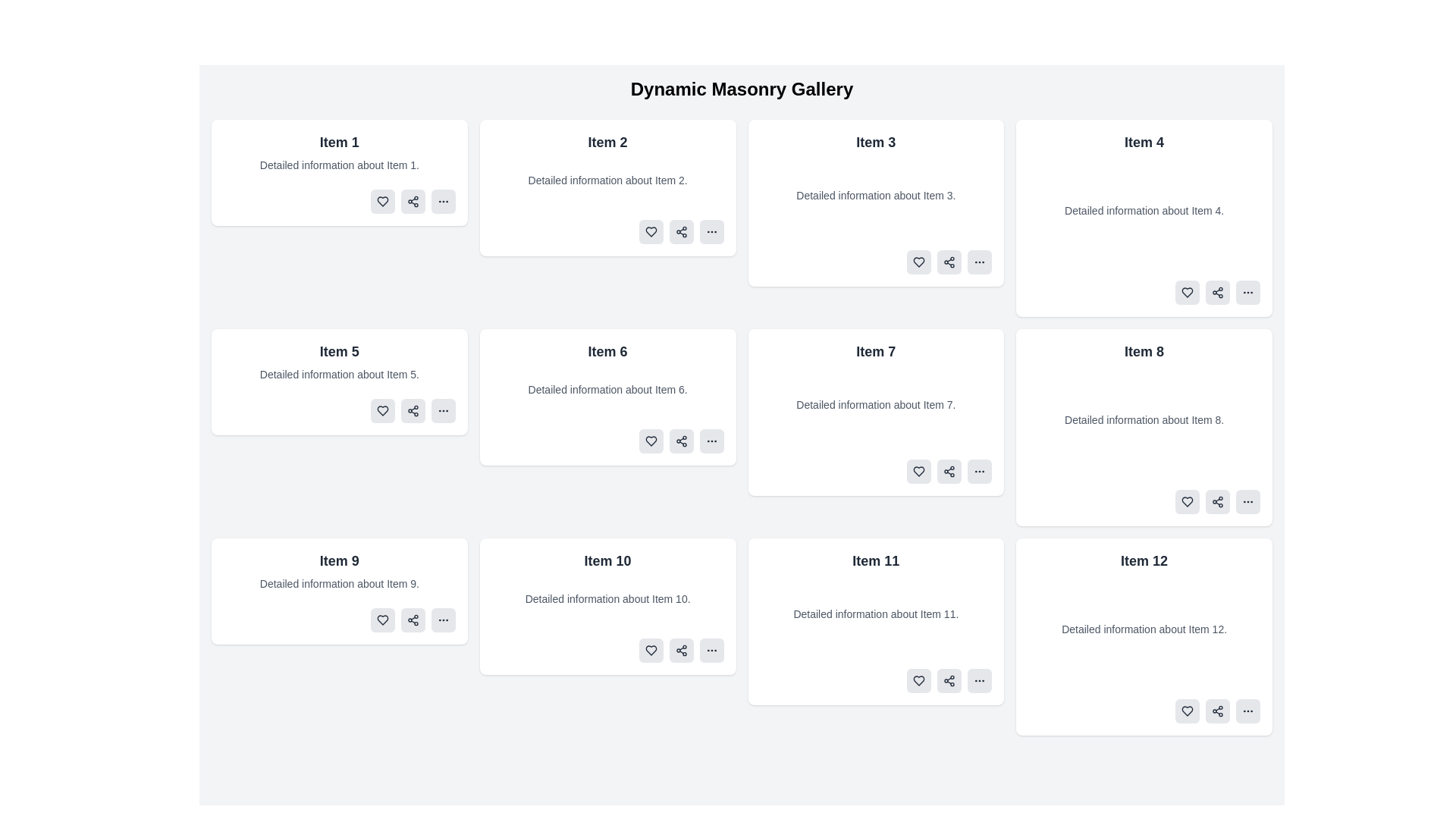 The height and width of the screenshot is (819, 1456). Describe the element at coordinates (382, 201) in the screenshot. I see `the heart icon button outlined in black, located in the bottom left of the 'Item 1' card` at that location.